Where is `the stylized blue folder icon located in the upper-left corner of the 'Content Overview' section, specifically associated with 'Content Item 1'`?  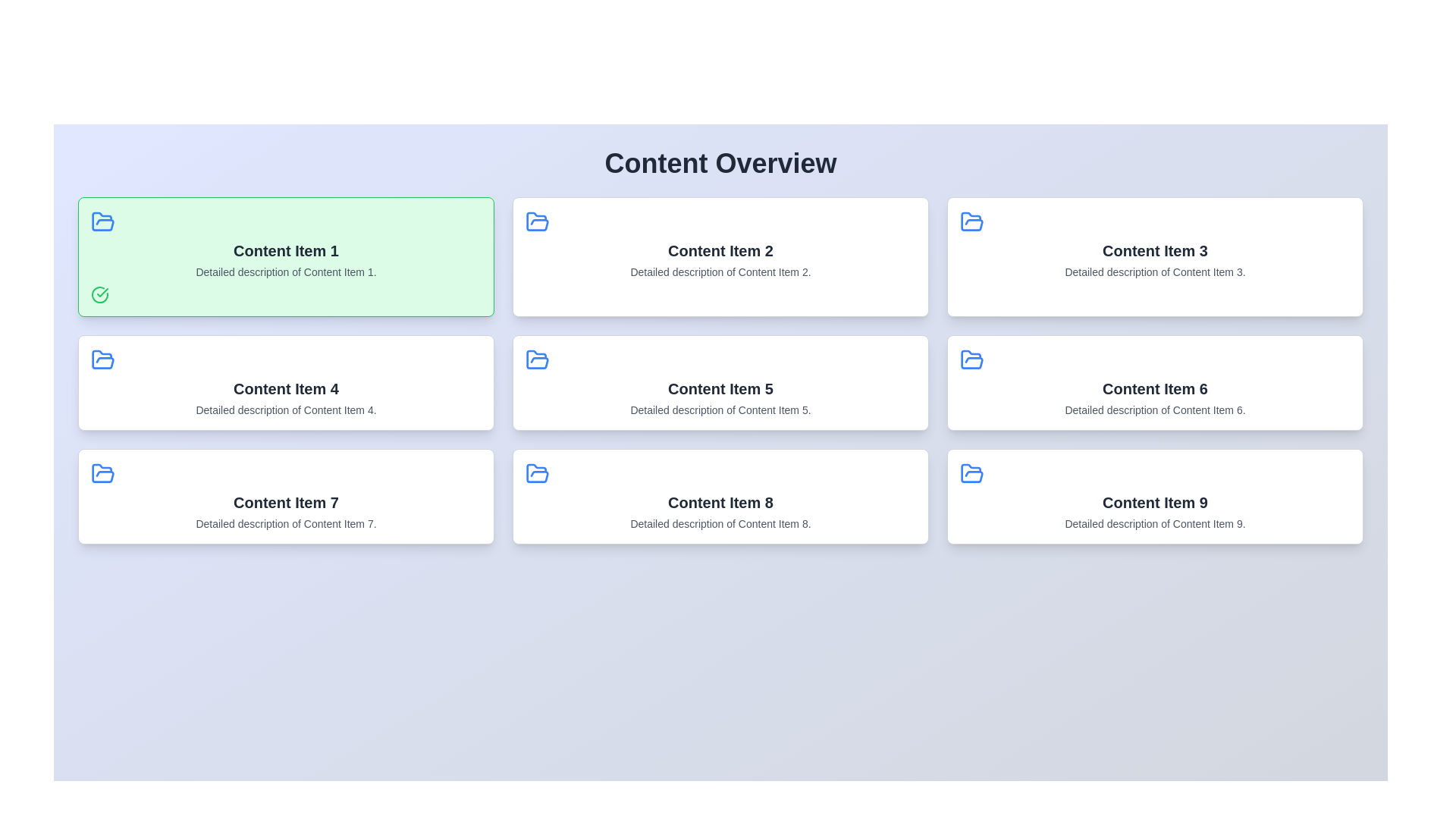 the stylized blue folder icon located in the upper-left corner of the 'Content Overview' section, specifically associated with 'Content Item 1' is located at coordinates (102, 221).